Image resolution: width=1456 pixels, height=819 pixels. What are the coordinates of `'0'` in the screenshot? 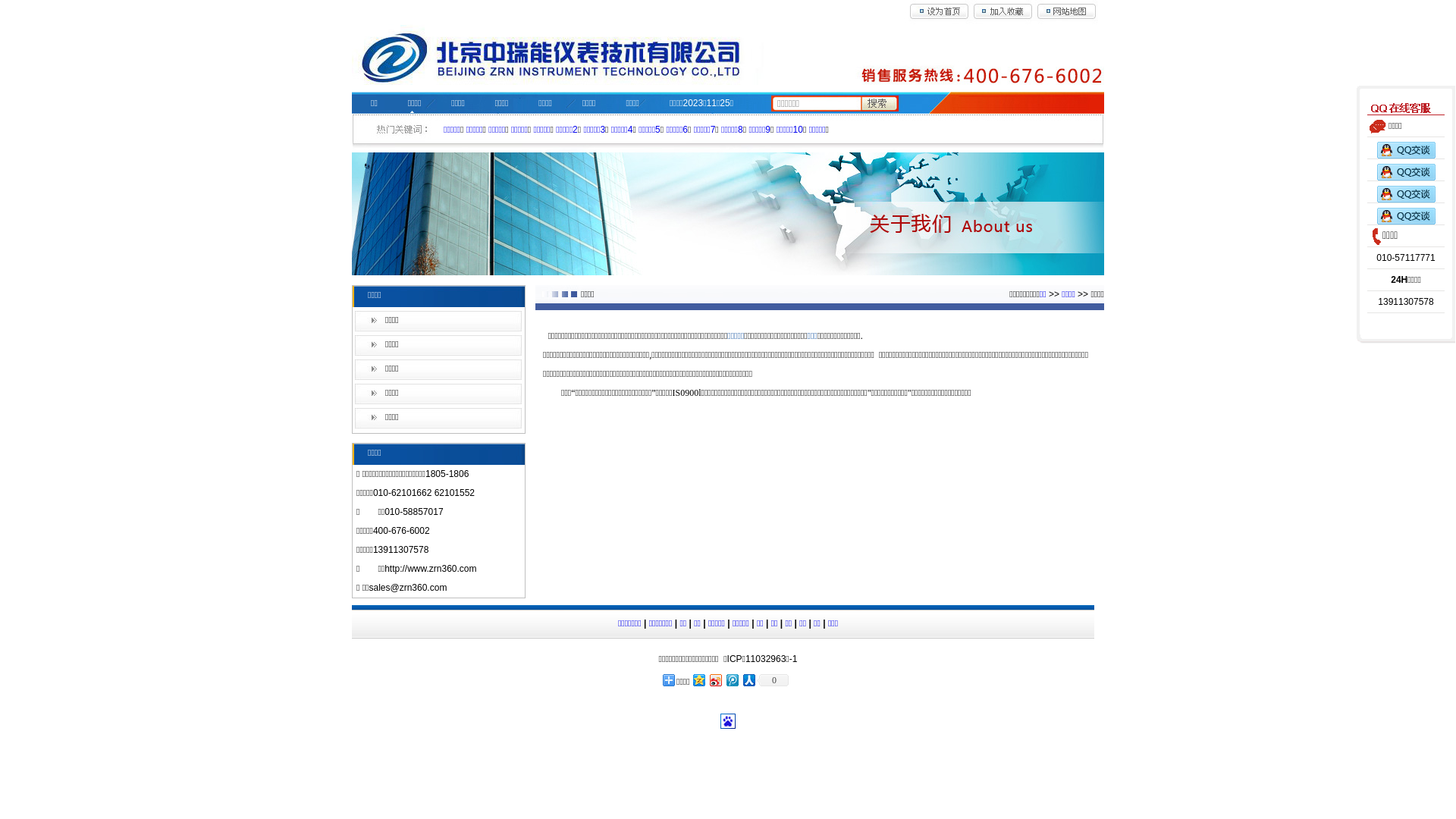 It's located at (772, 679).